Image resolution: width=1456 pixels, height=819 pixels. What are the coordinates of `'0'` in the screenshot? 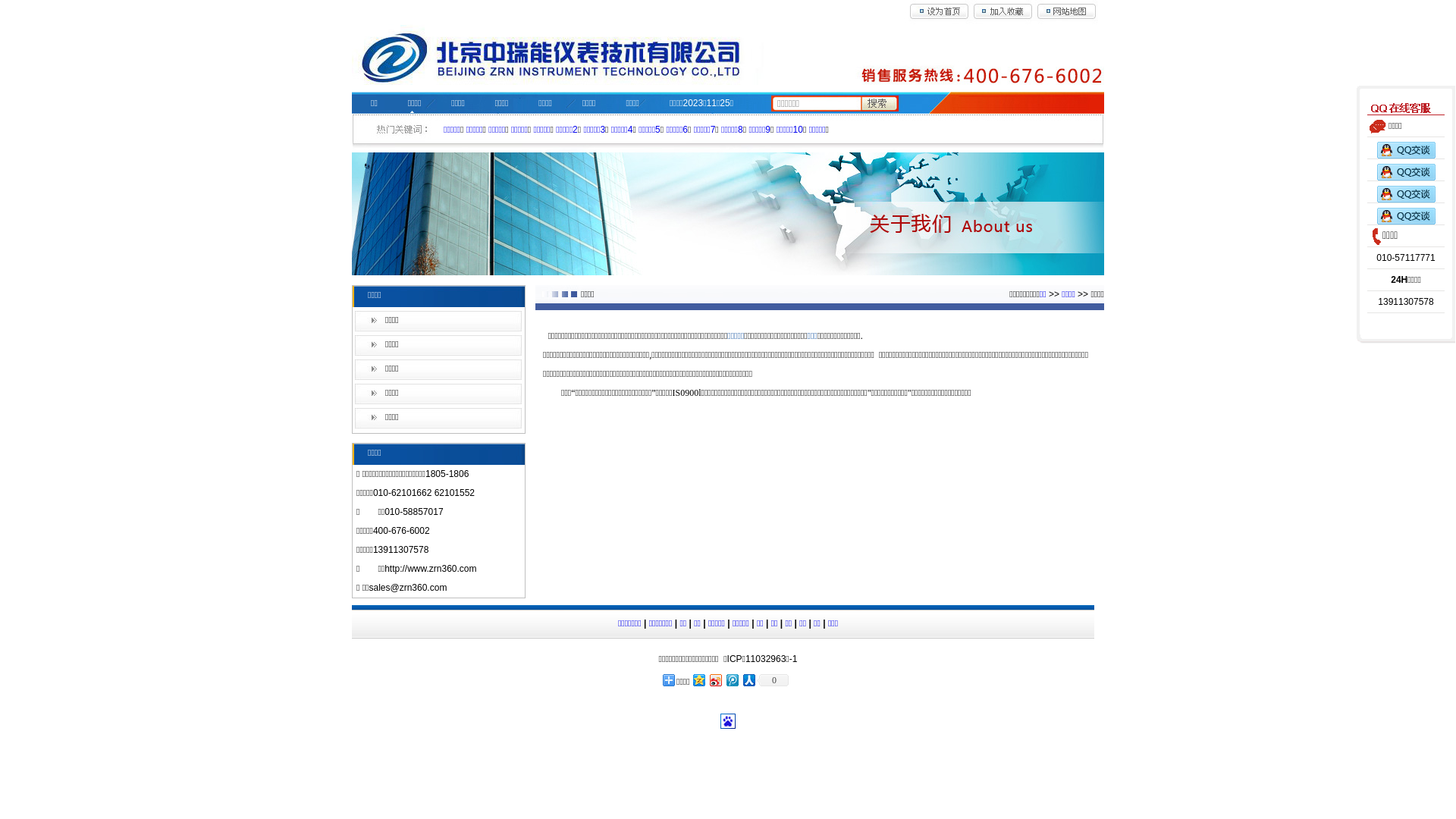 It's located at (772, 679).